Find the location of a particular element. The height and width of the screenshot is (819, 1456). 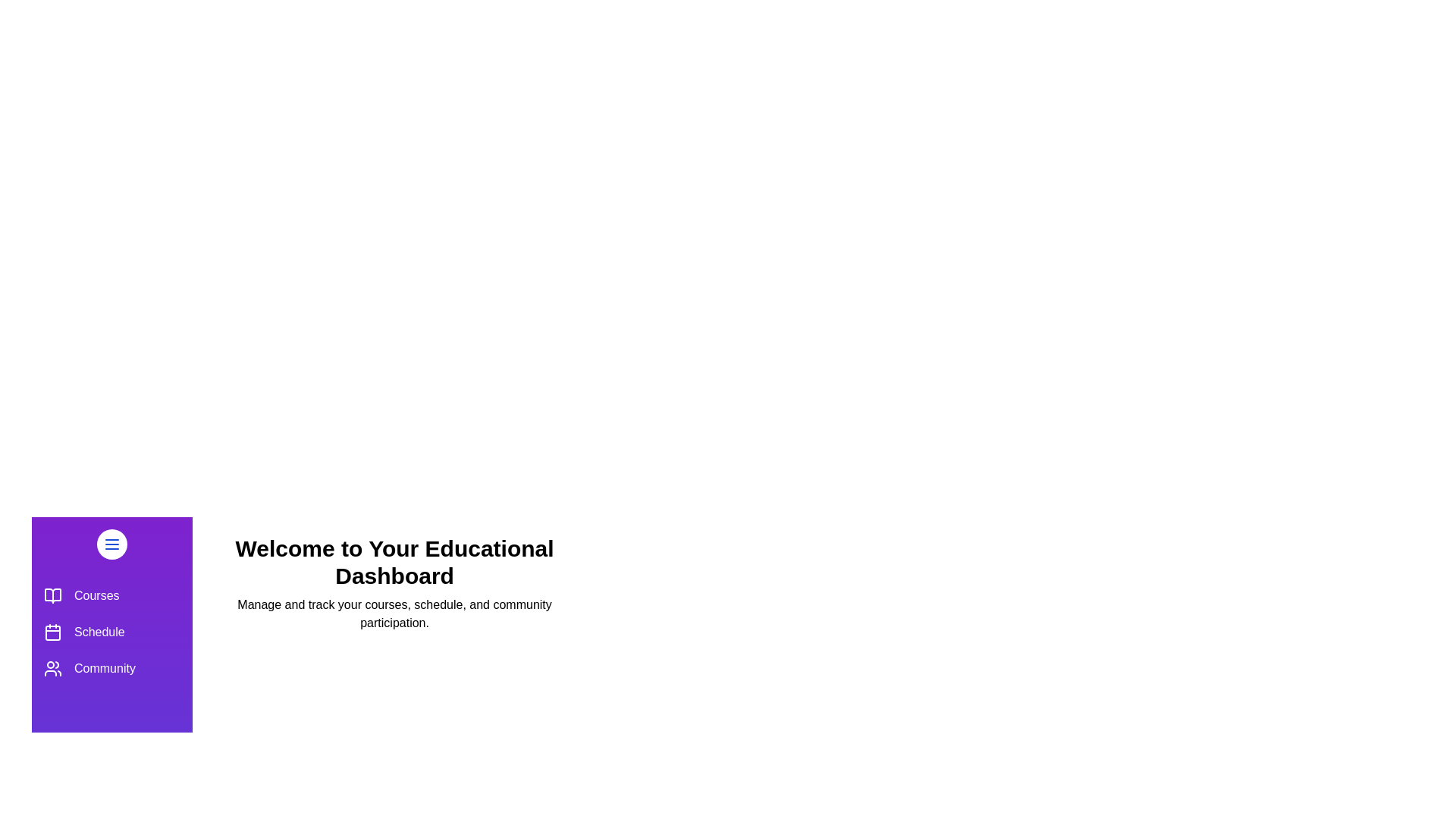

the 'Schedule' option in the sidebar is located at coordinates (111, 632).